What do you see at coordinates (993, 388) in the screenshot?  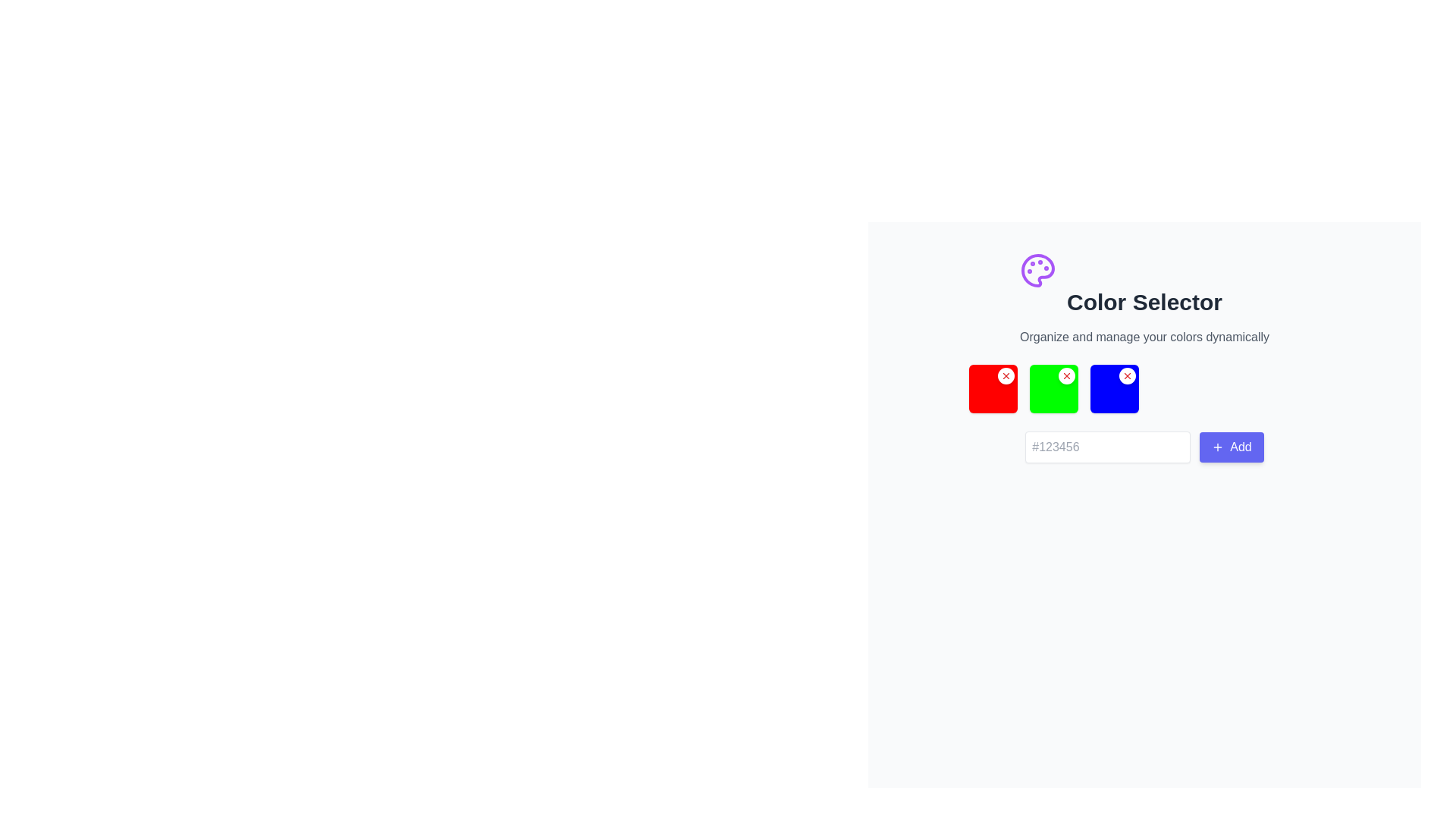 I see `the leftmost red color swatch` at bounding box center [993, 388].